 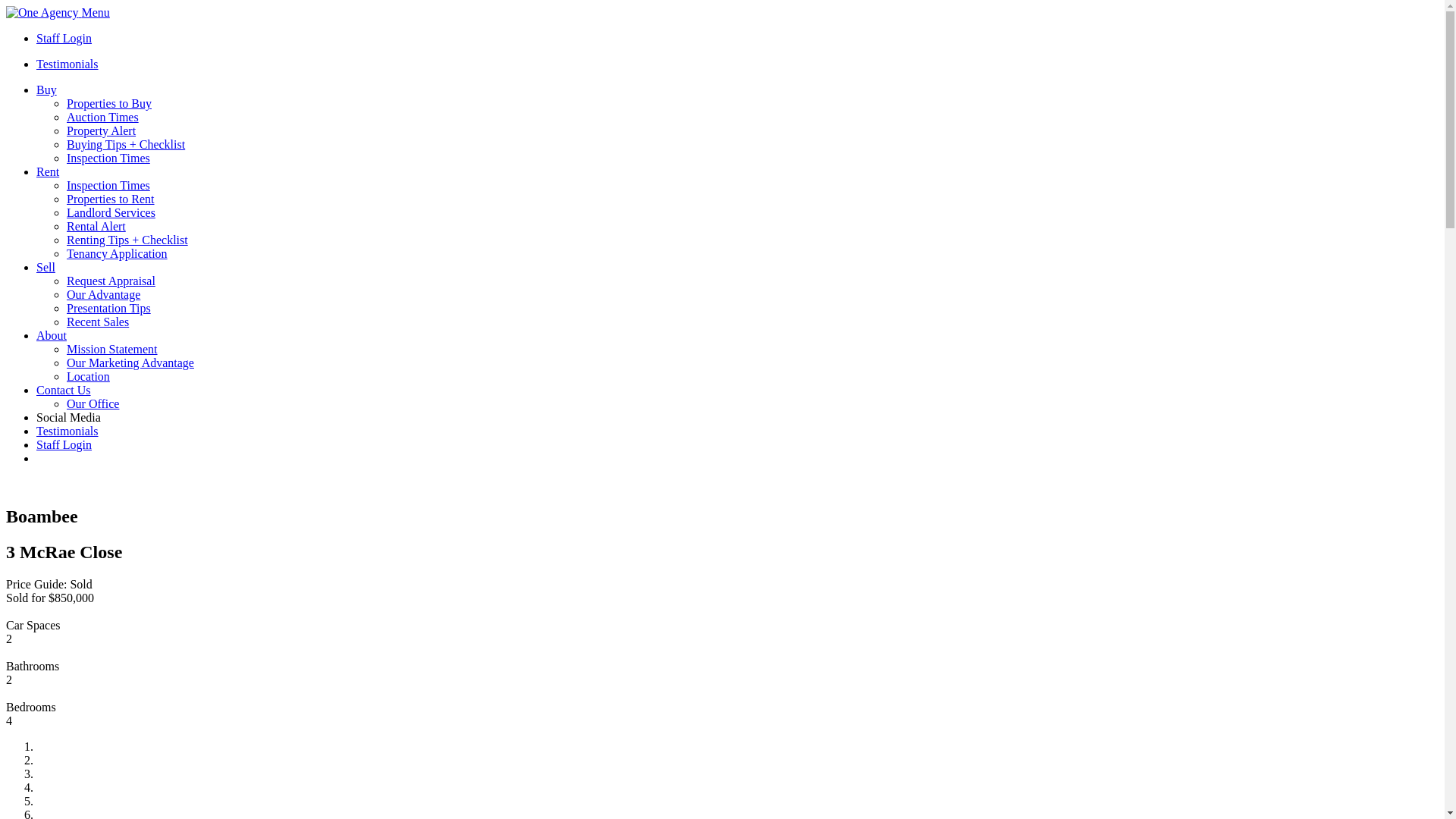 What do you see at coordinates (46, 89) in the screenshot?
I see `'Buy'` at bounding box center [46, 89].